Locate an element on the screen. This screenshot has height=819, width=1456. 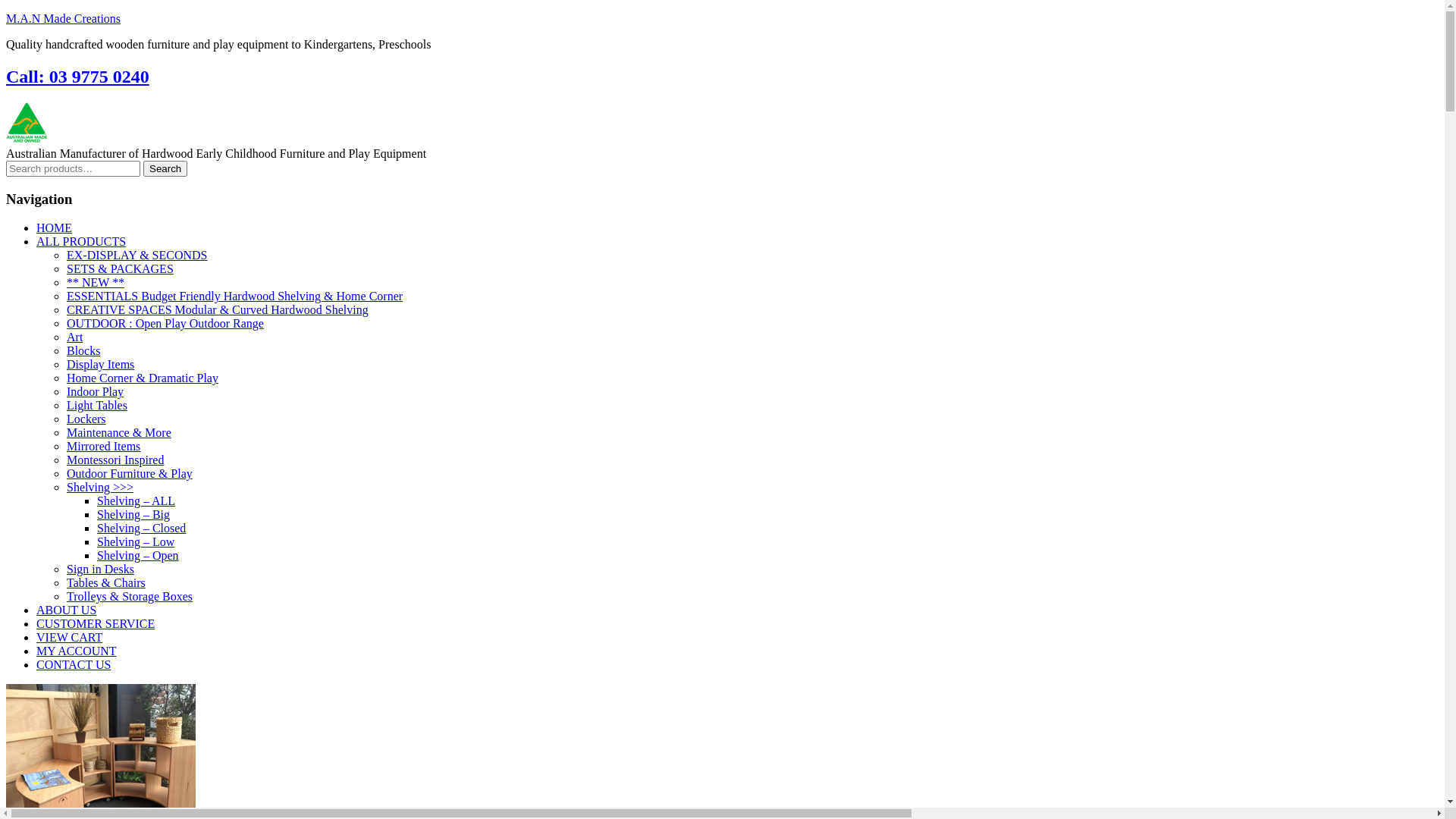
'ALL PRODUCTS' is located at coordinates (80, 240).